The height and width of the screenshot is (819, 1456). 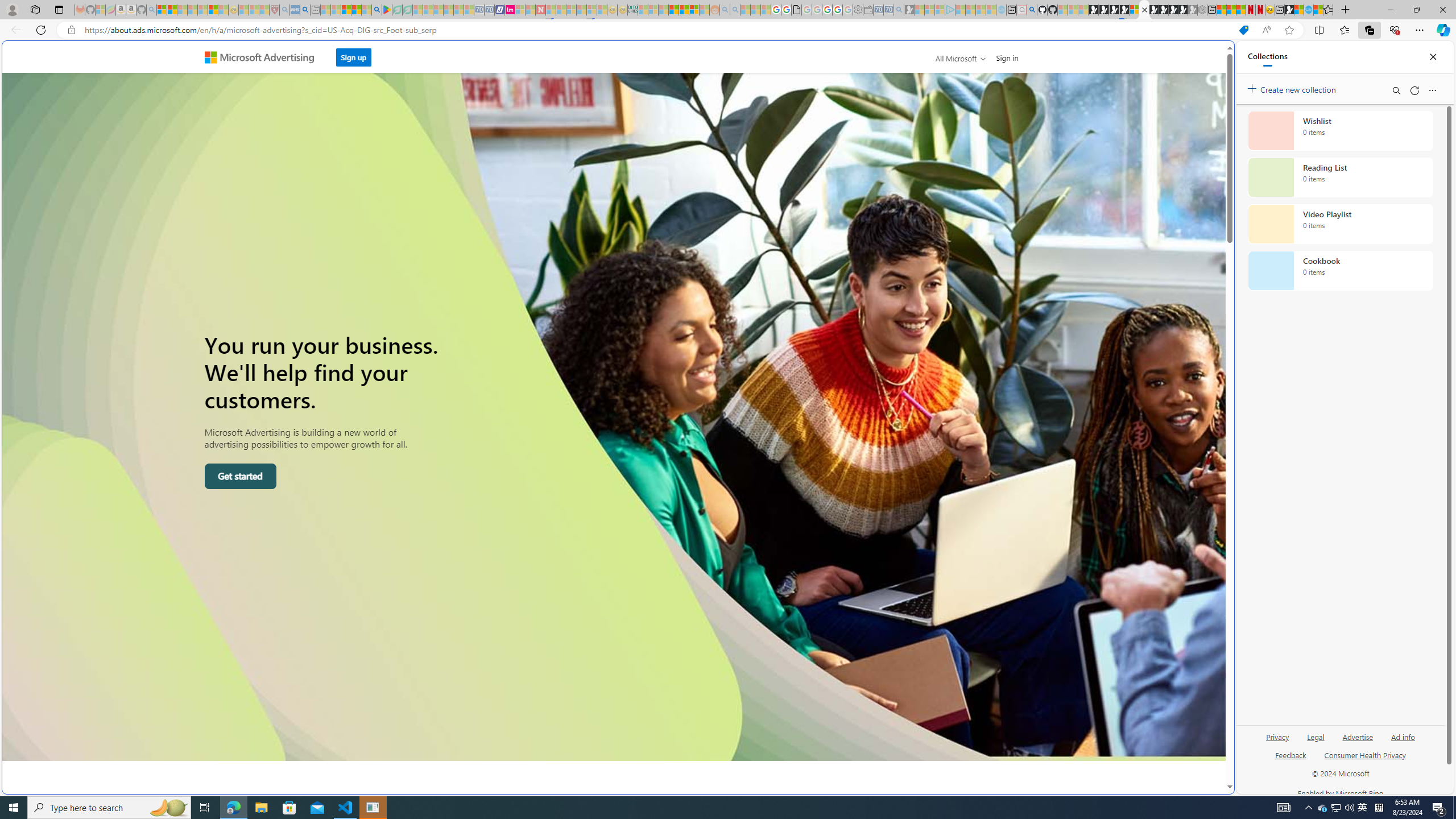 I want to click on 'Bluey: Let', so click(x=387, y=9).